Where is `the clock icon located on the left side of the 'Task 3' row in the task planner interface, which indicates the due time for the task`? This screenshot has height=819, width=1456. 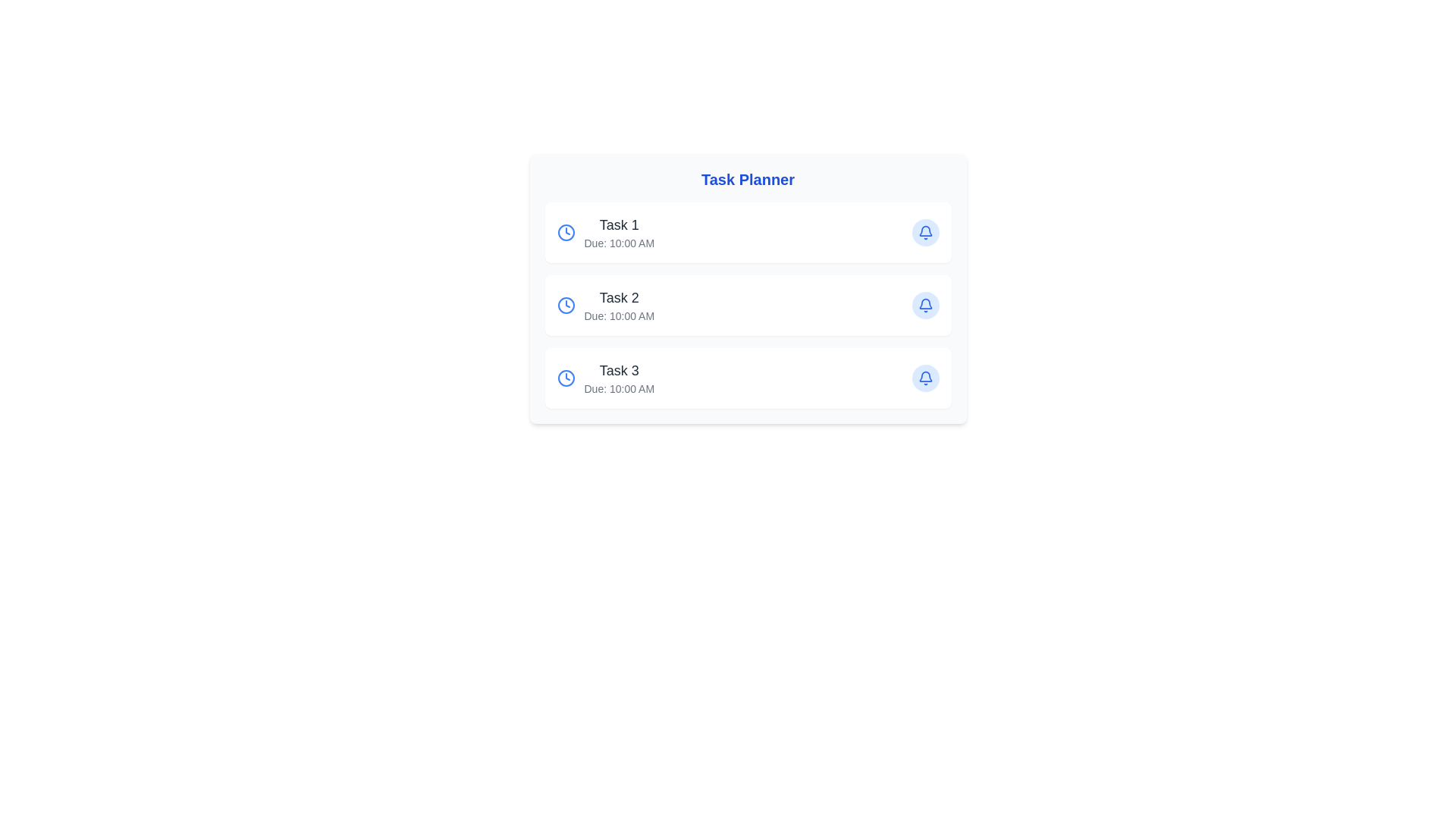
the clock icon located on the left side of the 'Task 3' row in the task planner interface, which indicates the due time for the task is located at coordinates (565, 377).